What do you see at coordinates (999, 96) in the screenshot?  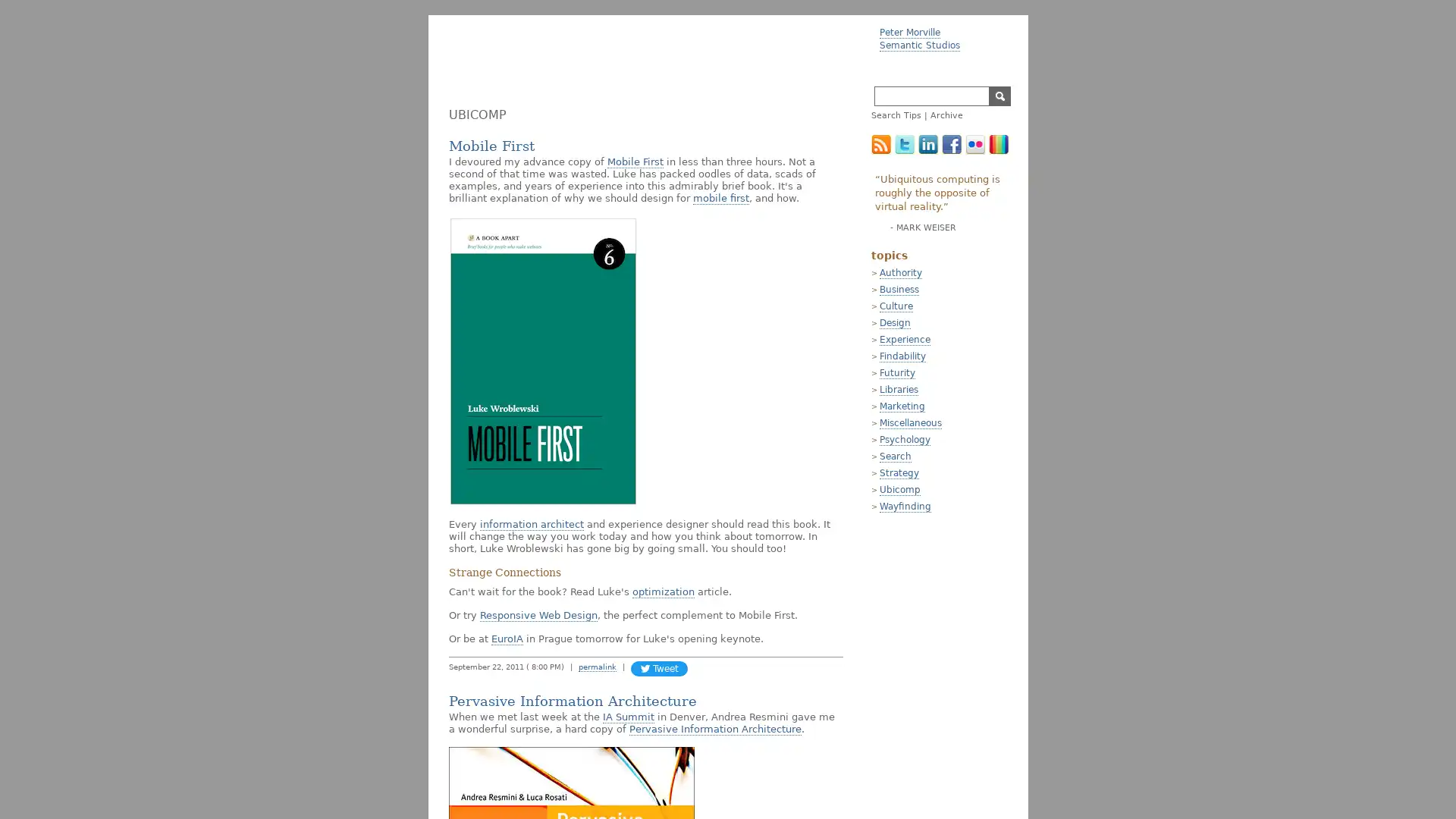 I see `SUBMIT` at bounding box center [999, 96].